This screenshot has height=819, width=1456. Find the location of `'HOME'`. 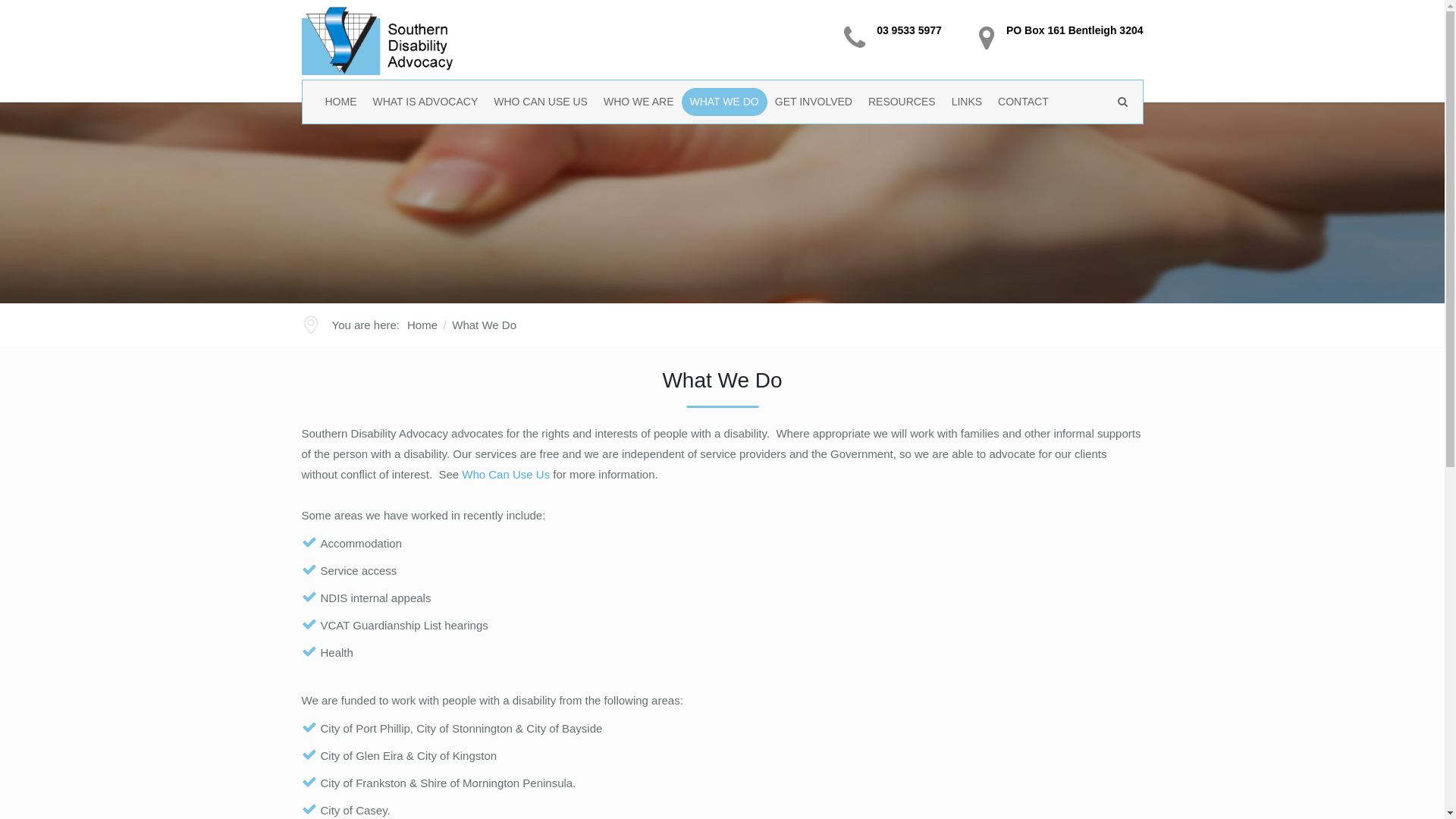

'HOME' is located at coordinates (340, 102).